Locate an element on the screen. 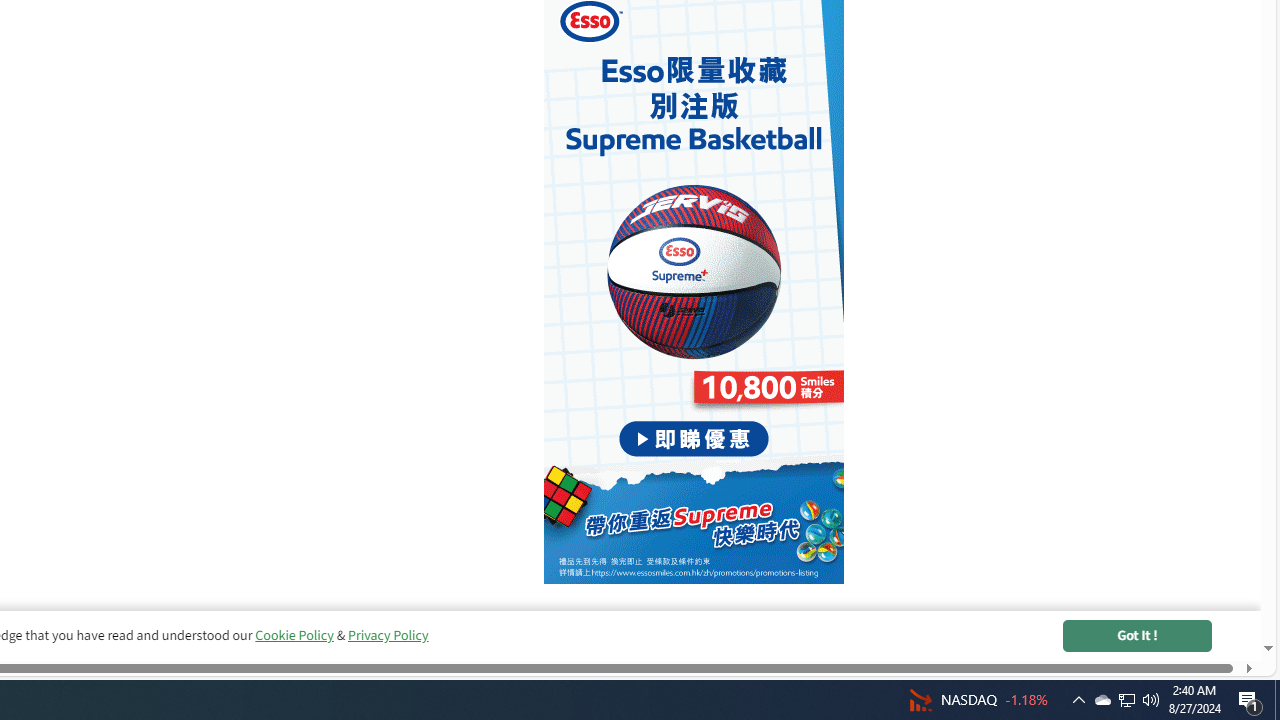 This screenshot has width=1280, height=720. 'Cookie Policy' is located at coordinates (293, 635).